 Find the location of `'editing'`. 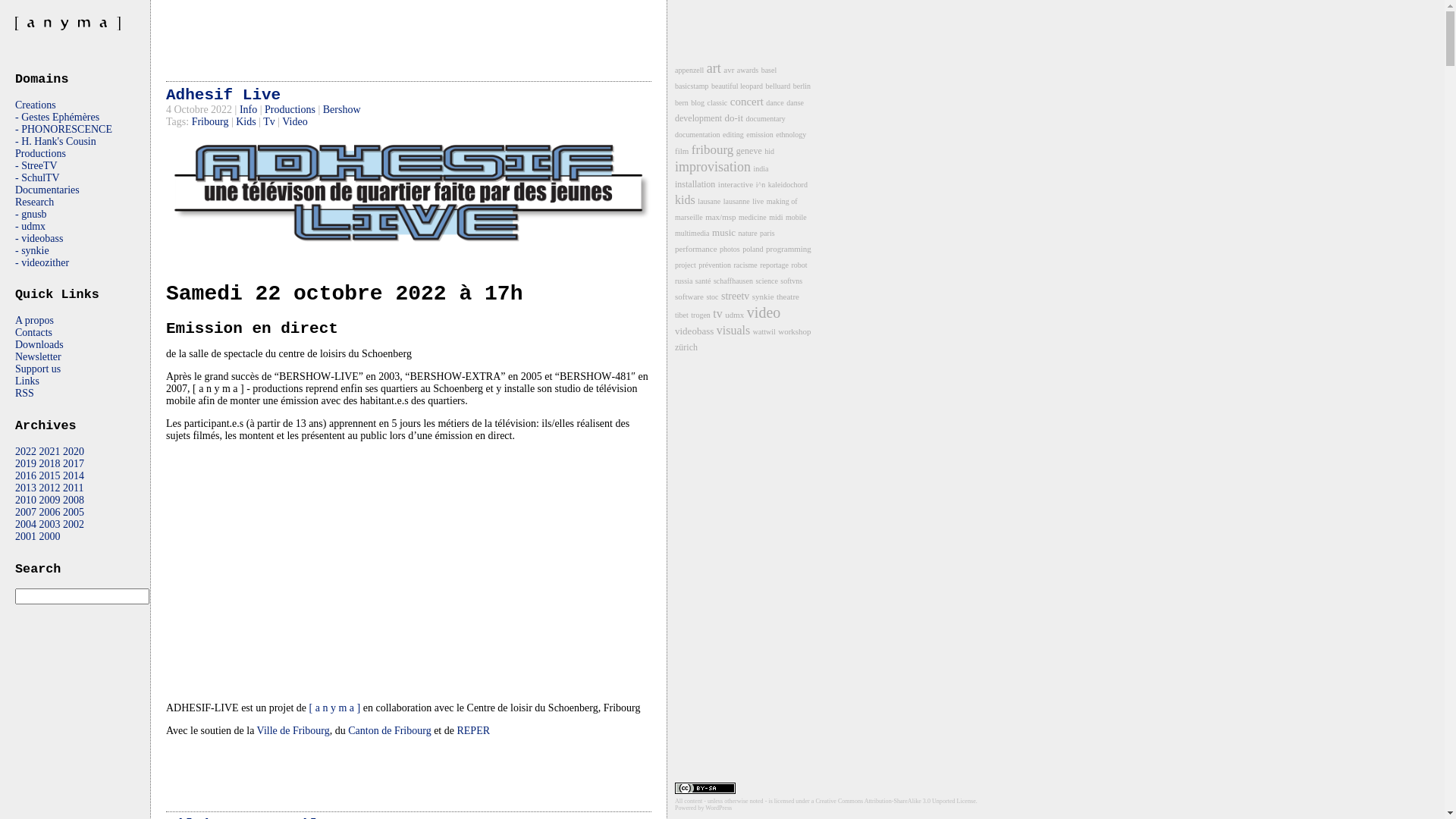

'editing' is located at coordinates (722, 133).